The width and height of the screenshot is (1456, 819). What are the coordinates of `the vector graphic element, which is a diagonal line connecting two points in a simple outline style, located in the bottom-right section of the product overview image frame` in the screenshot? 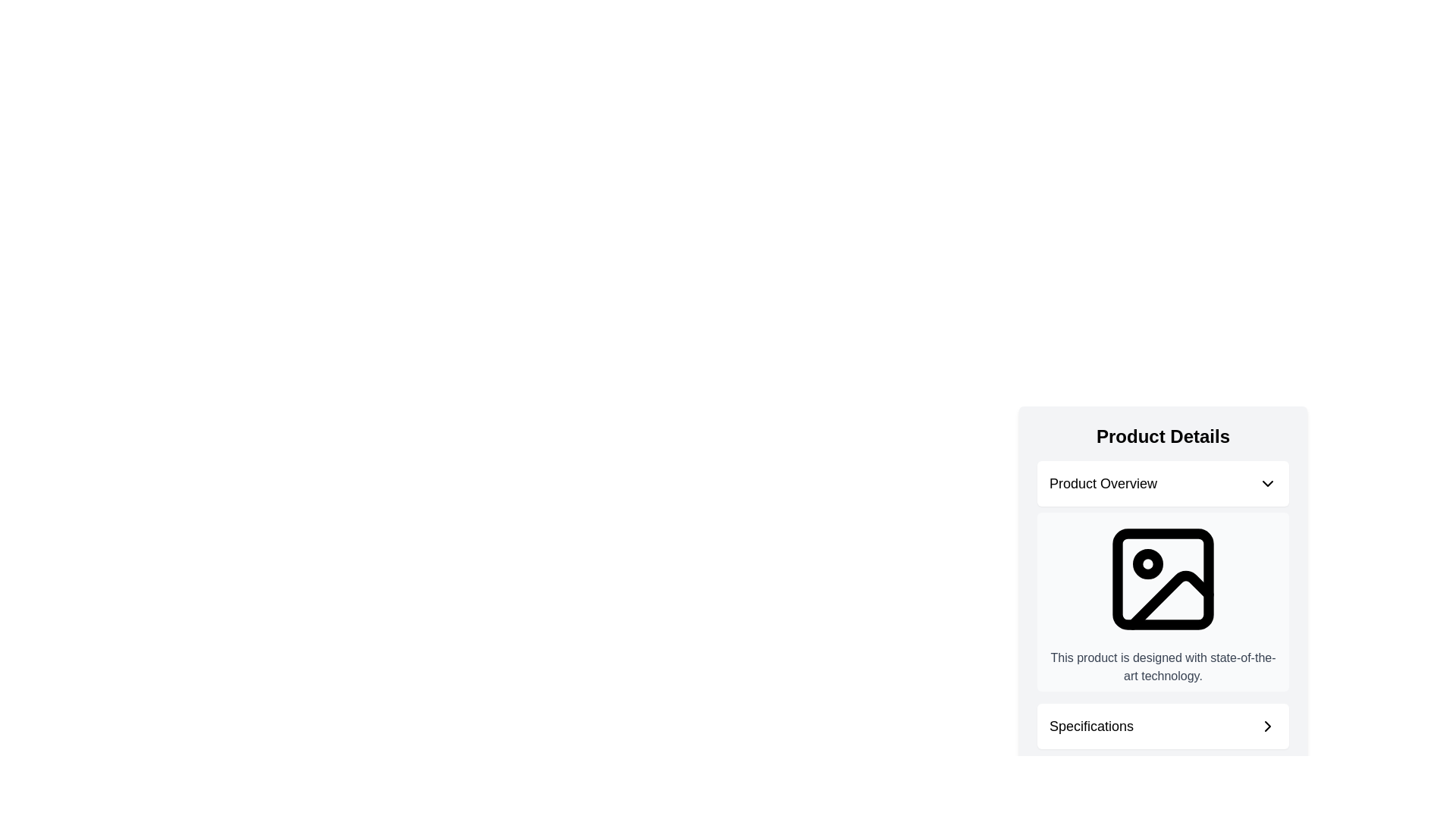 It's located at (1170, 598).